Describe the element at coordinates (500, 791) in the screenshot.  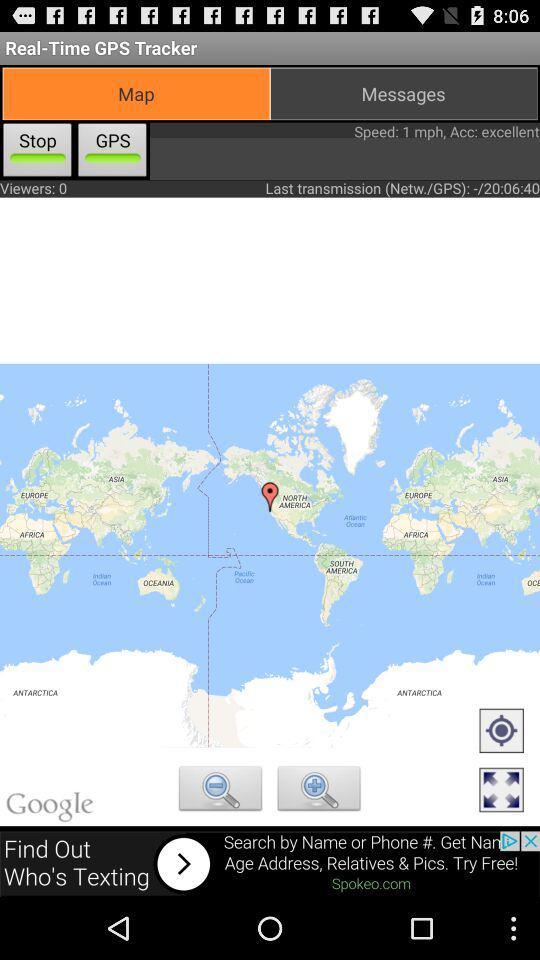
I see `open full screen view` at that location.